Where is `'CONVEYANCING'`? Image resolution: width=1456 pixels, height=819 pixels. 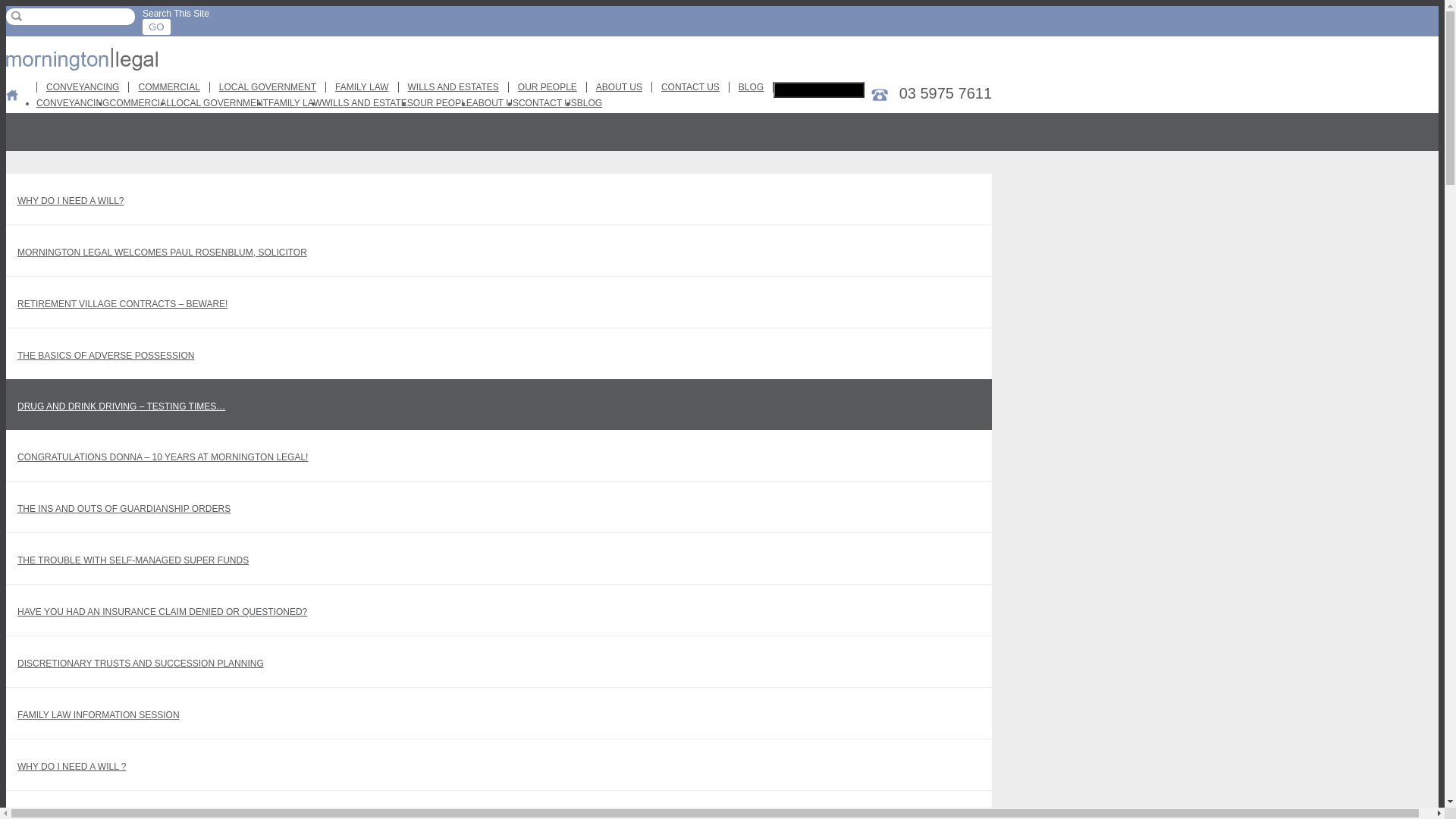 'CONVEYANCING' is located at coordinates (36, 87).